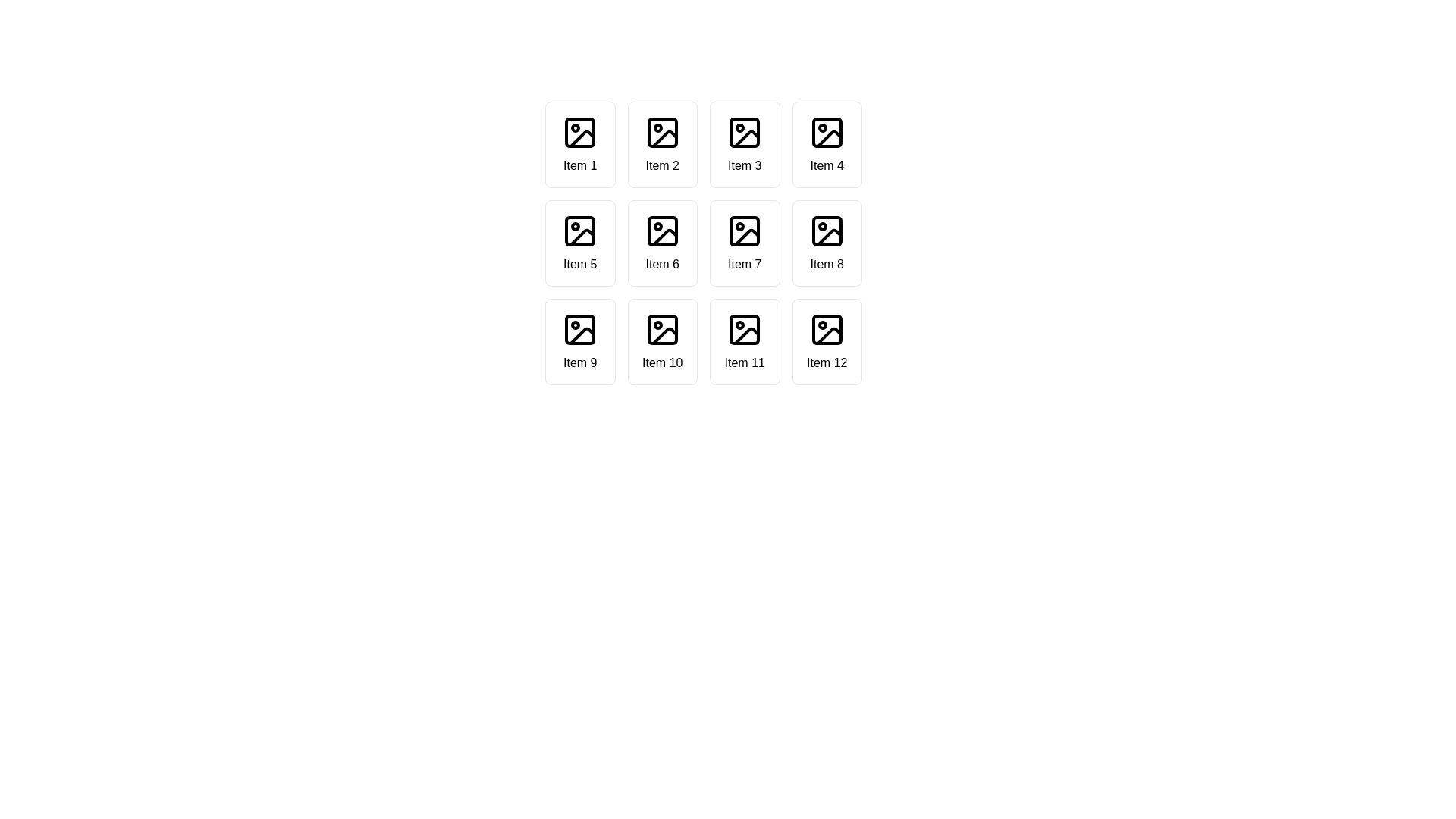 This screenshot has width=1456, height=819. Describe the element at coordinates (745, 329) in the screenshot. I see `the rectangular graphical background of the eleventh icon in the grid layout, which contains a circle and a diagonal line` at that location.